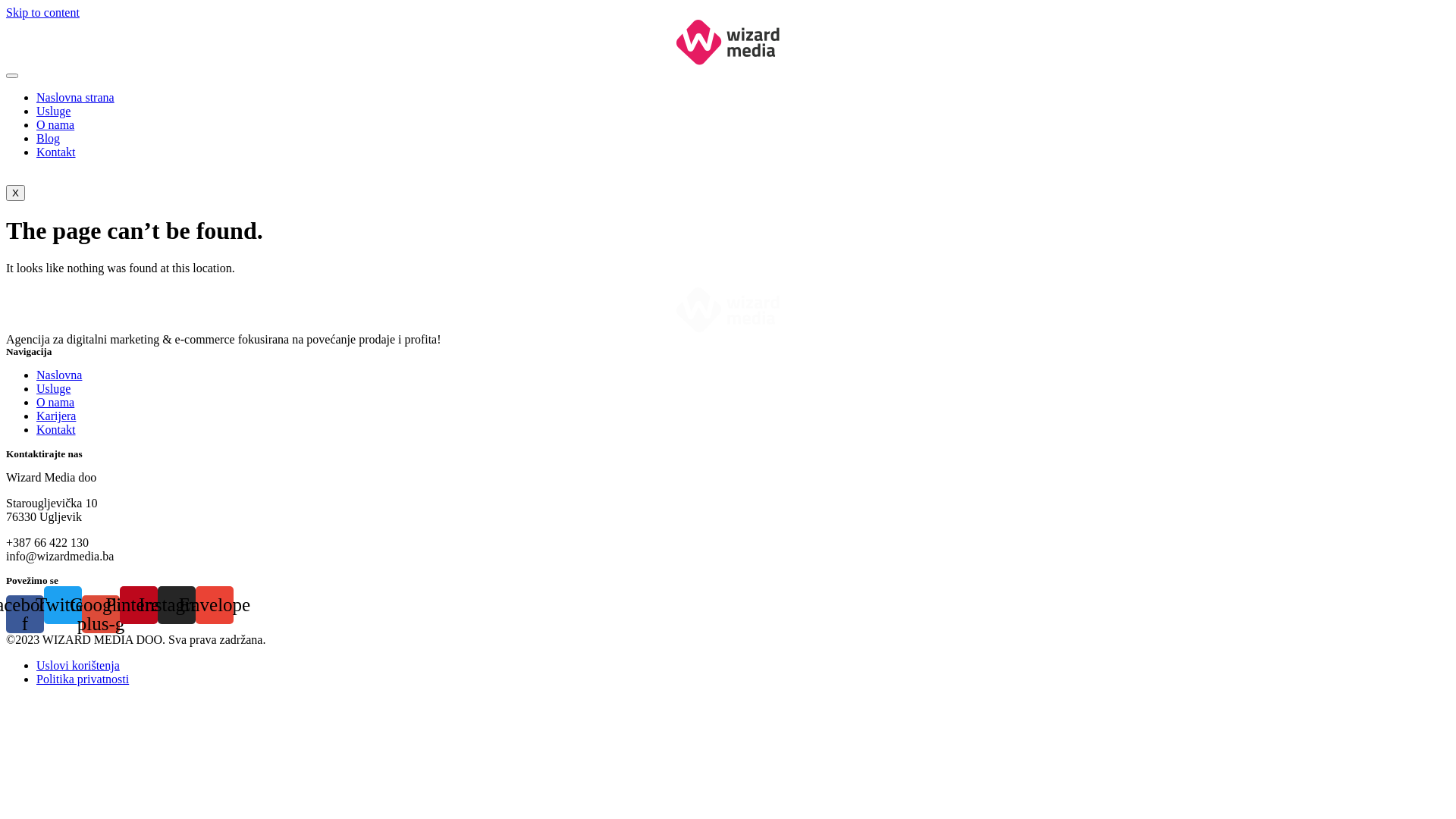 This screenshot has height=819, width=1456. I want to click on 'Naslovna', so click(58, 375).